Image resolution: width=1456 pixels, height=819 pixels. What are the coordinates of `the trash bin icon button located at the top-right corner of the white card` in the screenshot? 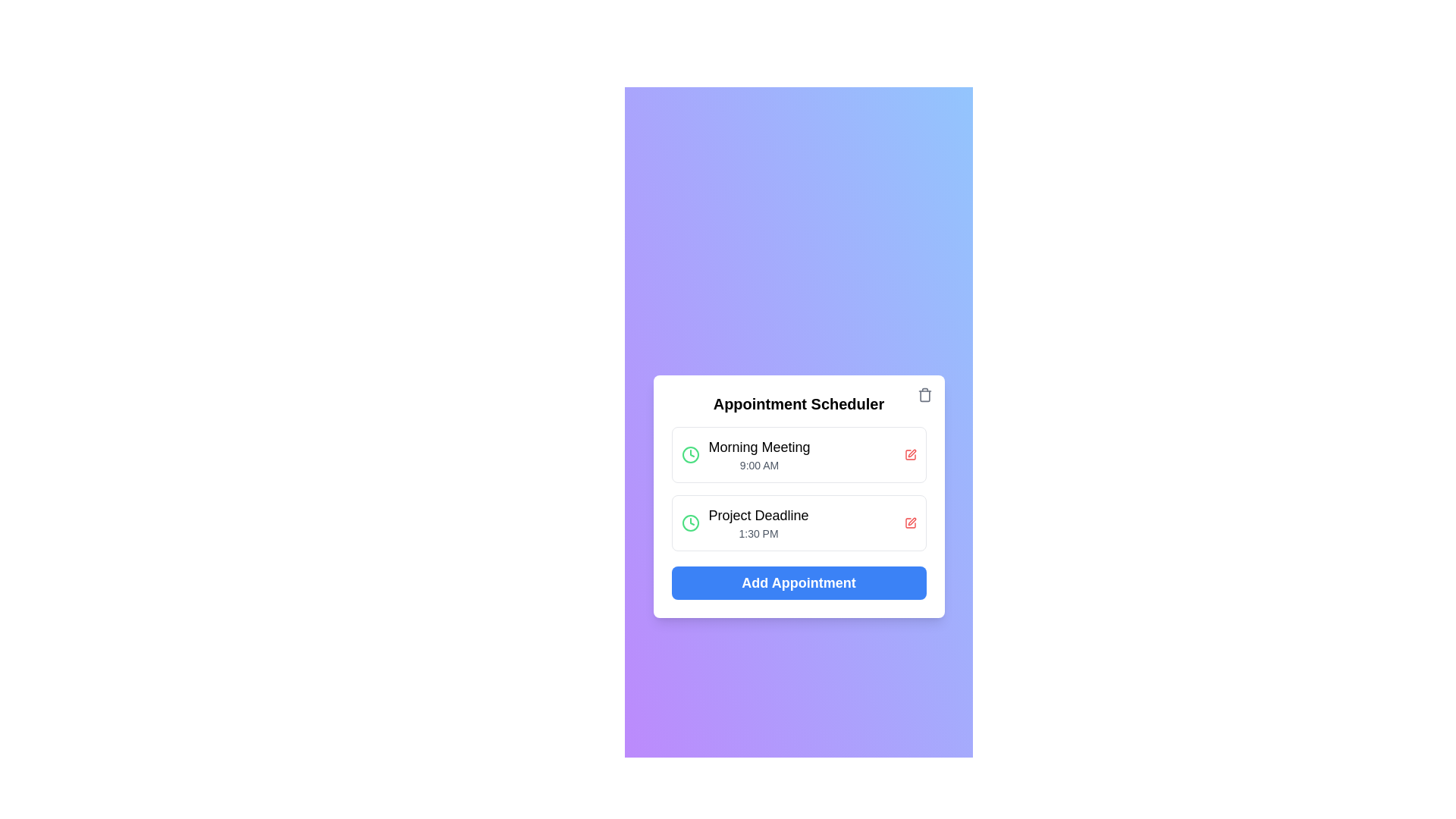 It's located at (924, 394).